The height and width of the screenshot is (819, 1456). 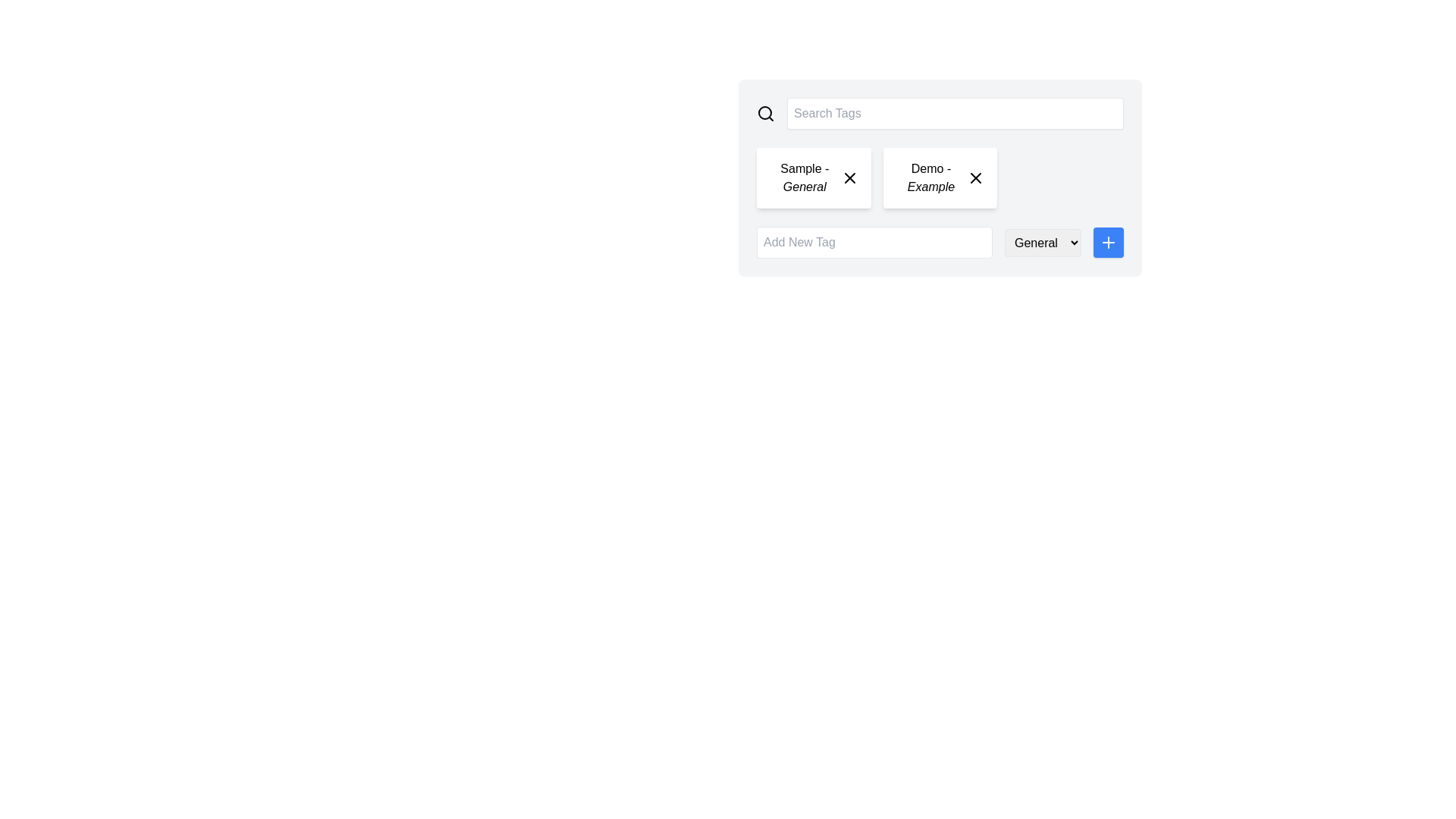 What do you see at coordinates (930, 186) in the screenshot?
I see `static text label located in the bottom half of the 'Demo - Example' card, positioned to the right of the 'Sample - General' card` at bounding box center [930, 186].